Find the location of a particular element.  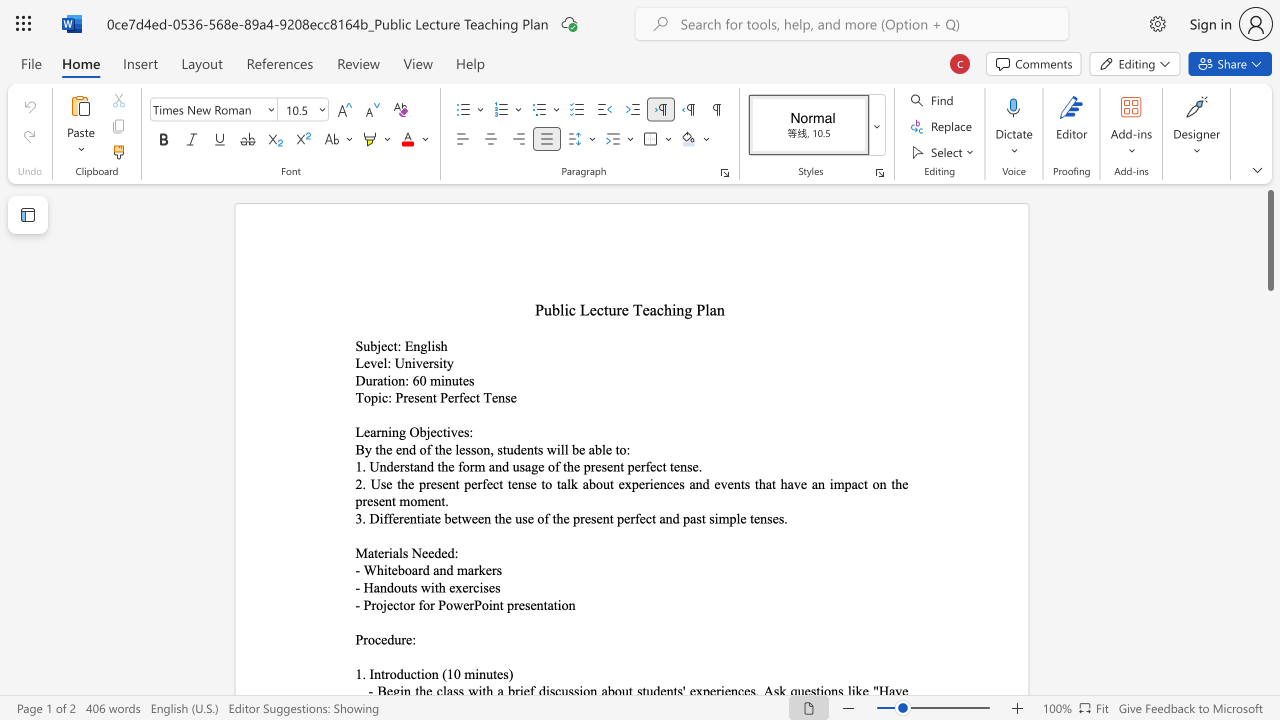

the 3th character "e" in the text is located at coordinates (430, 553).